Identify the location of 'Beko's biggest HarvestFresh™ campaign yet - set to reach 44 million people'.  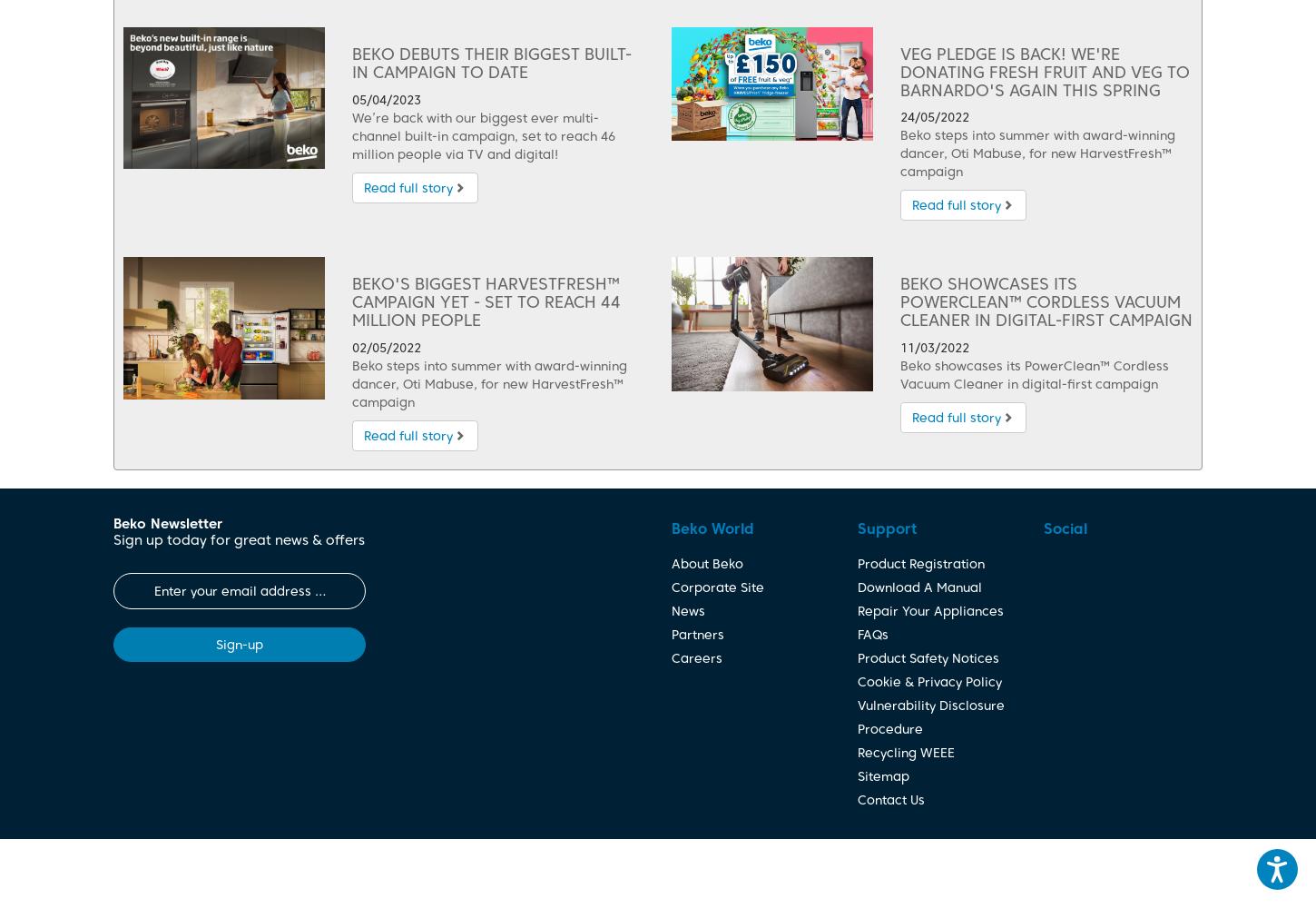
(350, 301).